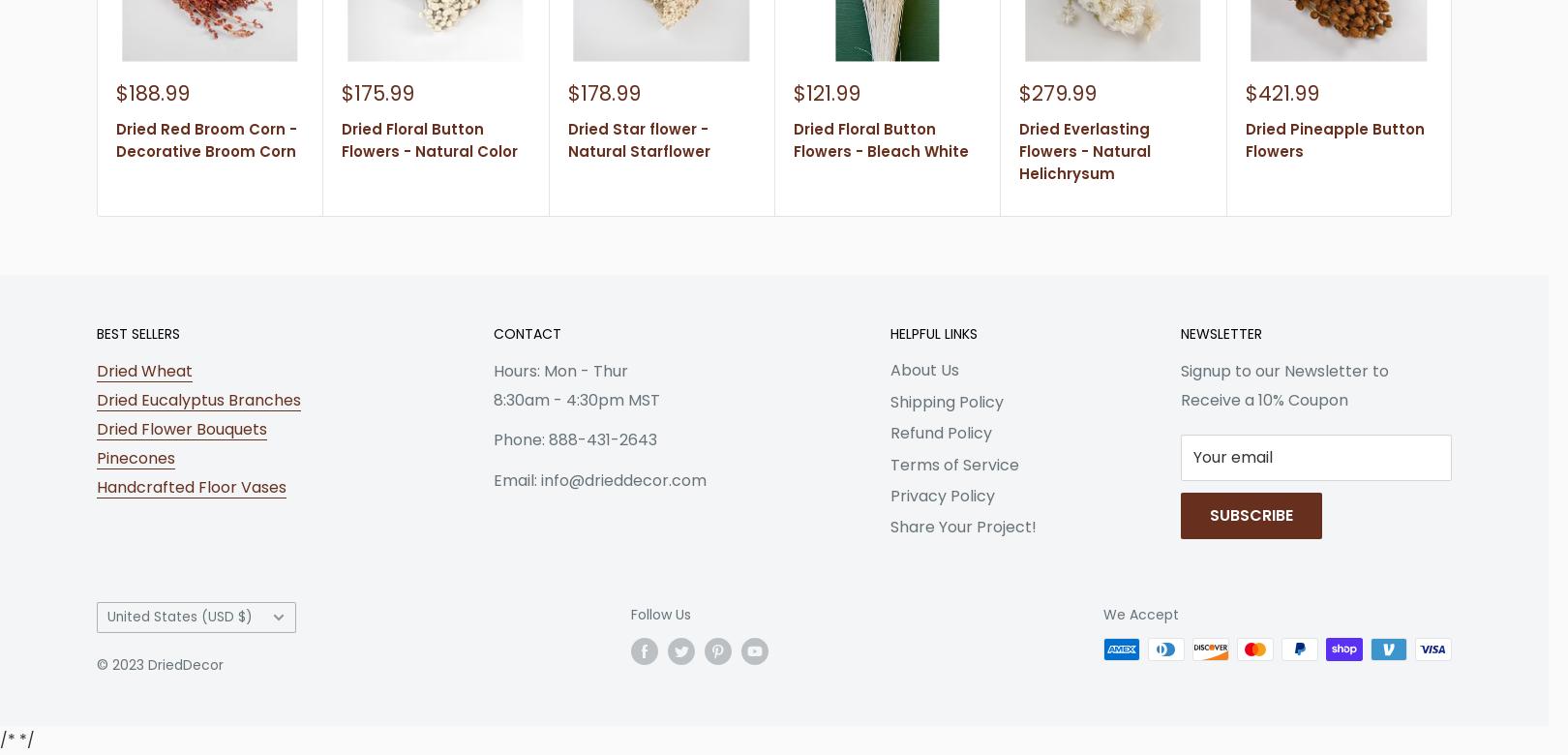 This screenshot has height=755, width=1568. I want to click on 'Newsletter', so click(1221, 331).